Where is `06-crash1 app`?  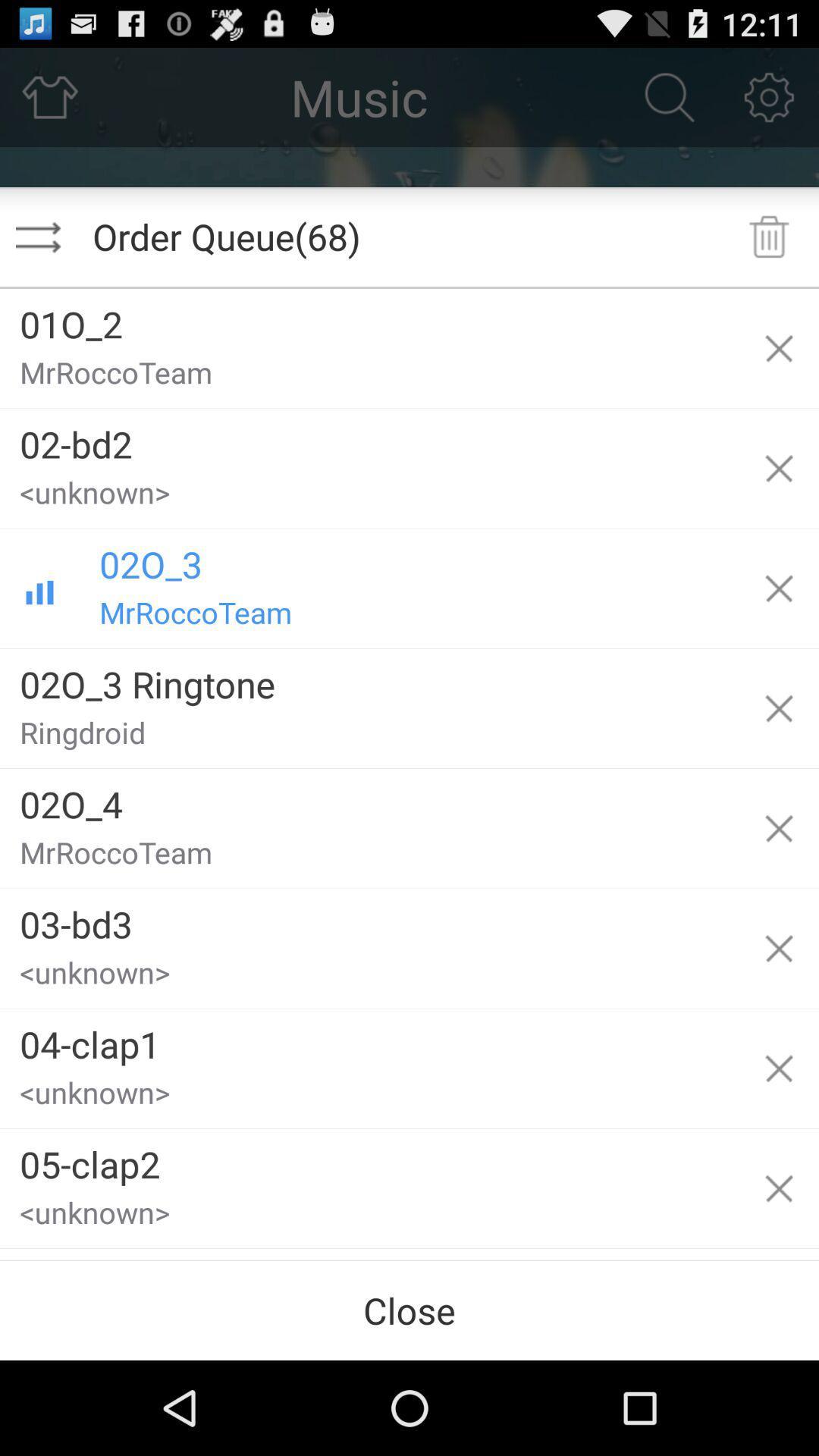
06-crash1 app is located at coordinates (369, 1254).